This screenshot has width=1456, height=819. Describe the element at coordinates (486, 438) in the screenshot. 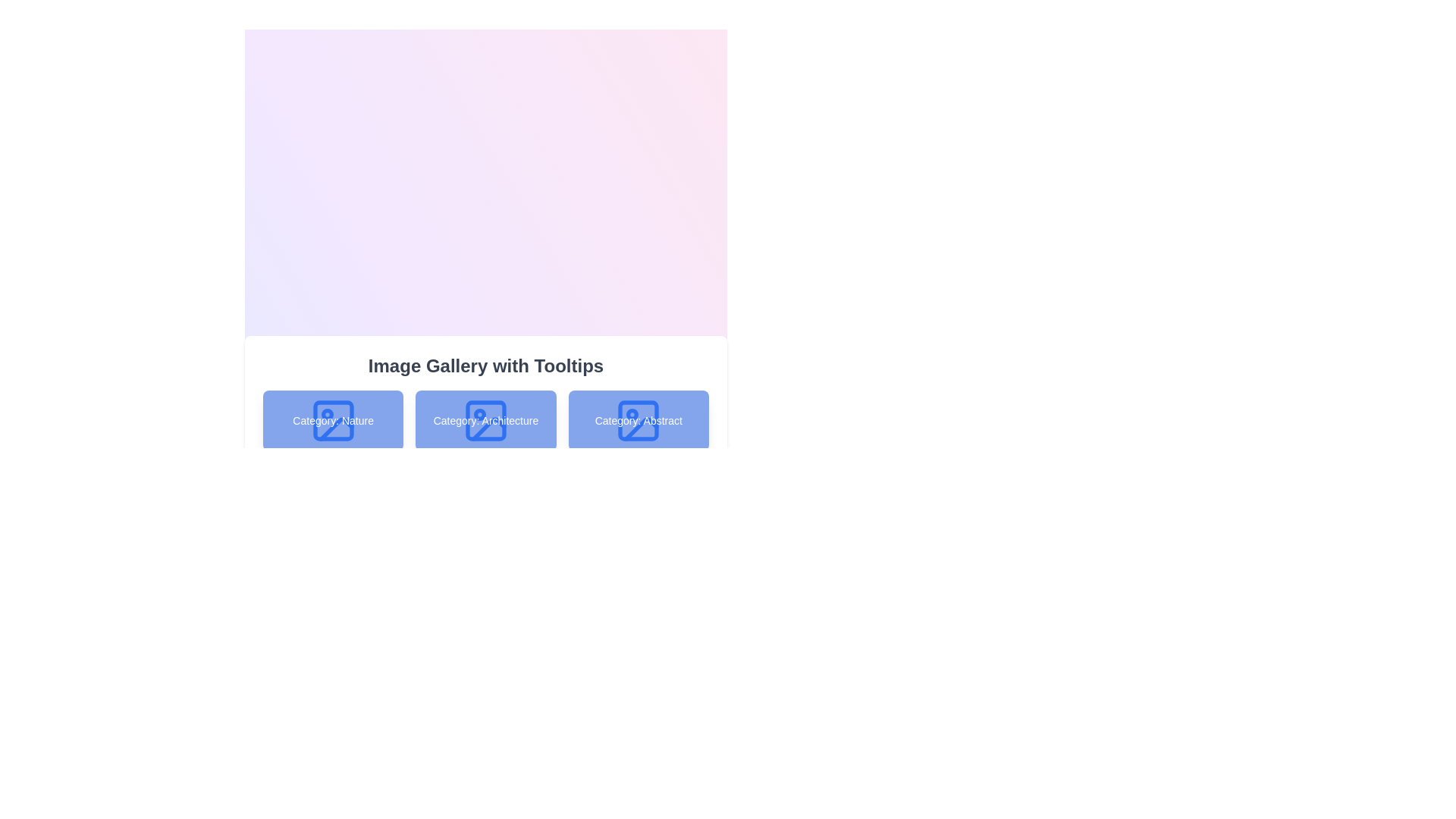

I see `the Architecture Card Item` at that location.